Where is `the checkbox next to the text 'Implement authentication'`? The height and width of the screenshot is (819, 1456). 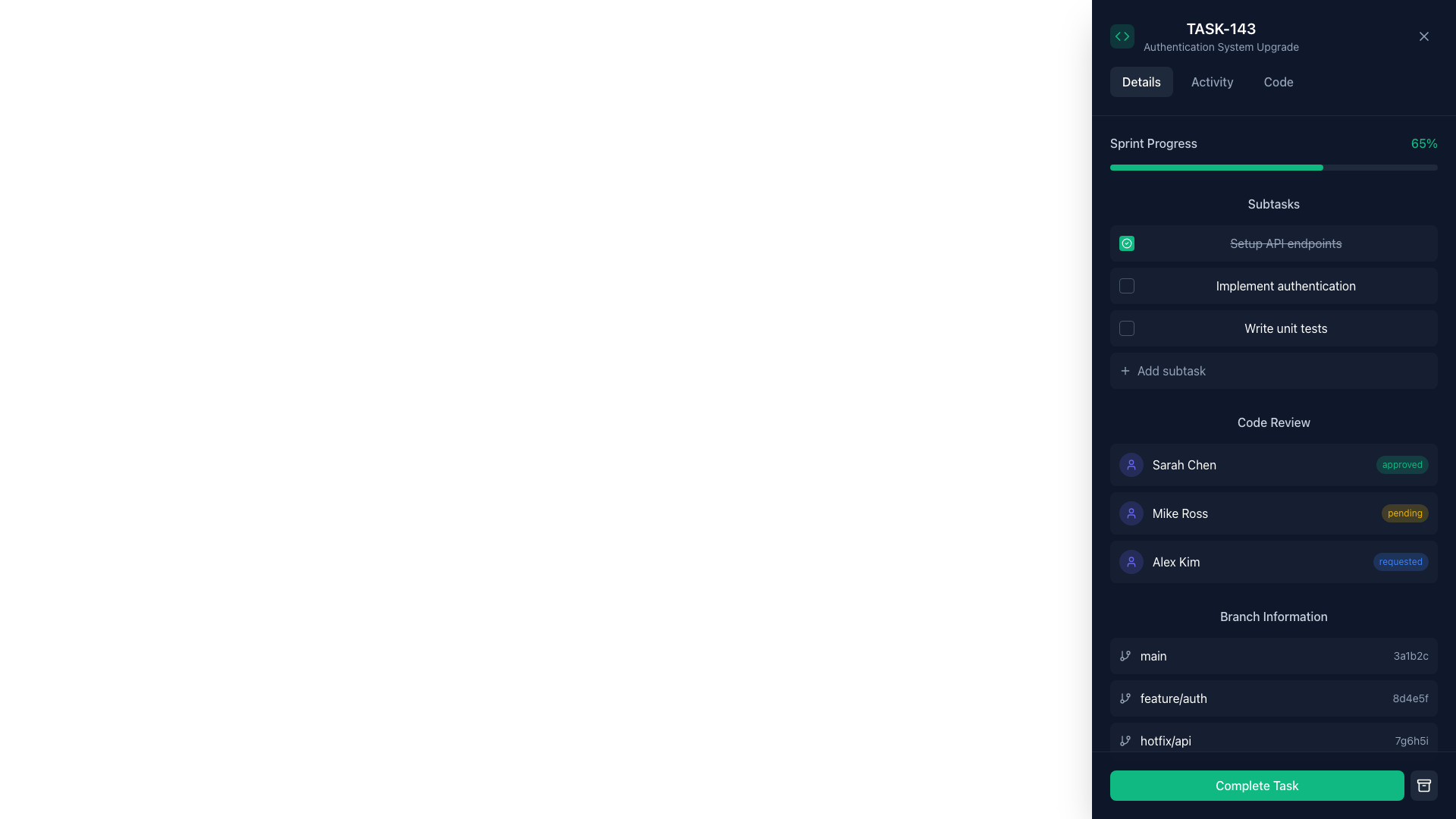 the checkbox next to the text 'Implement authentication' is located at coordinates (1127, 286).